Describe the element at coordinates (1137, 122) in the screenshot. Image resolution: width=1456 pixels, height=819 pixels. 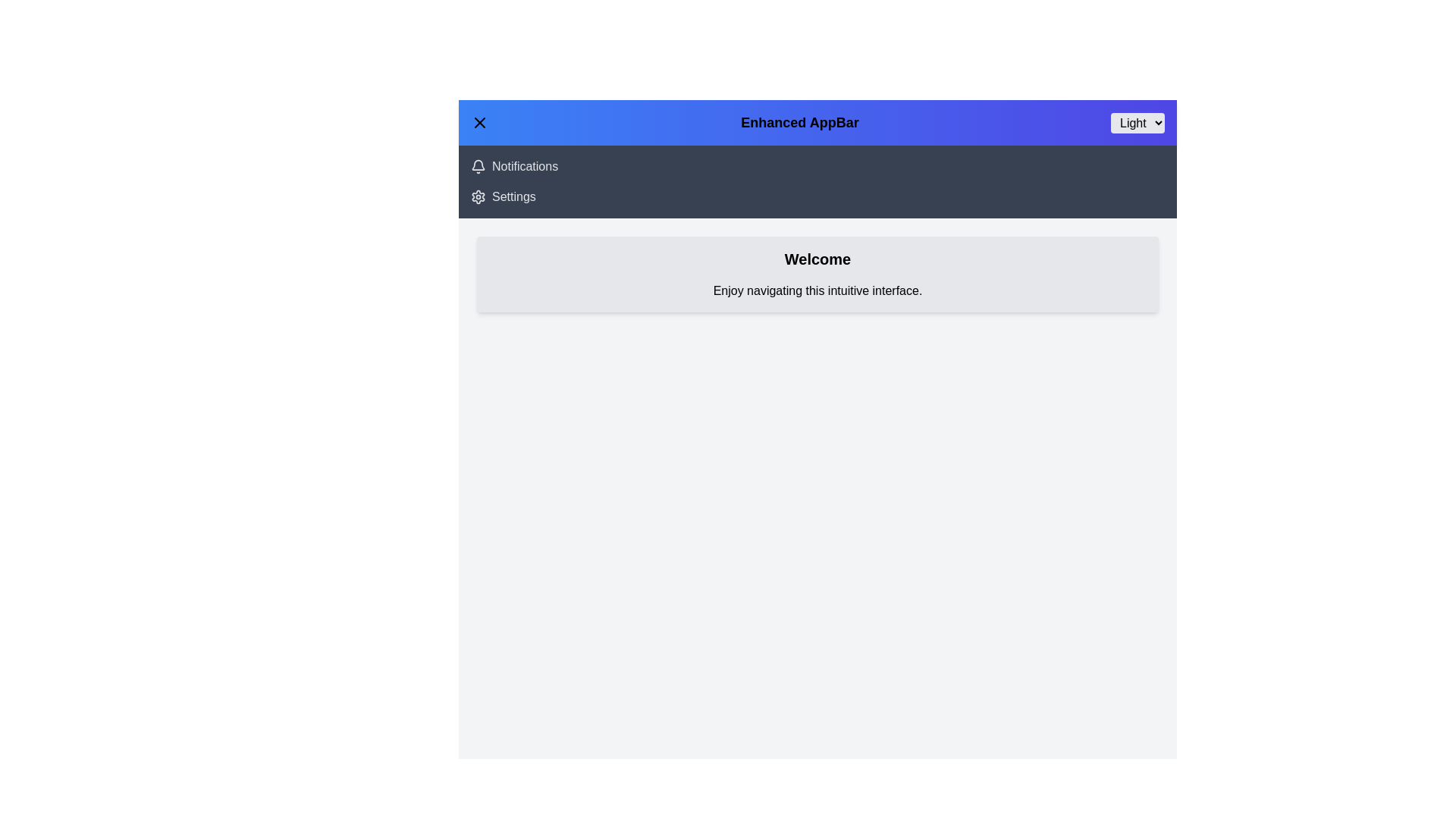
I see `the theme option Dark from the dropdown menu` at that location.